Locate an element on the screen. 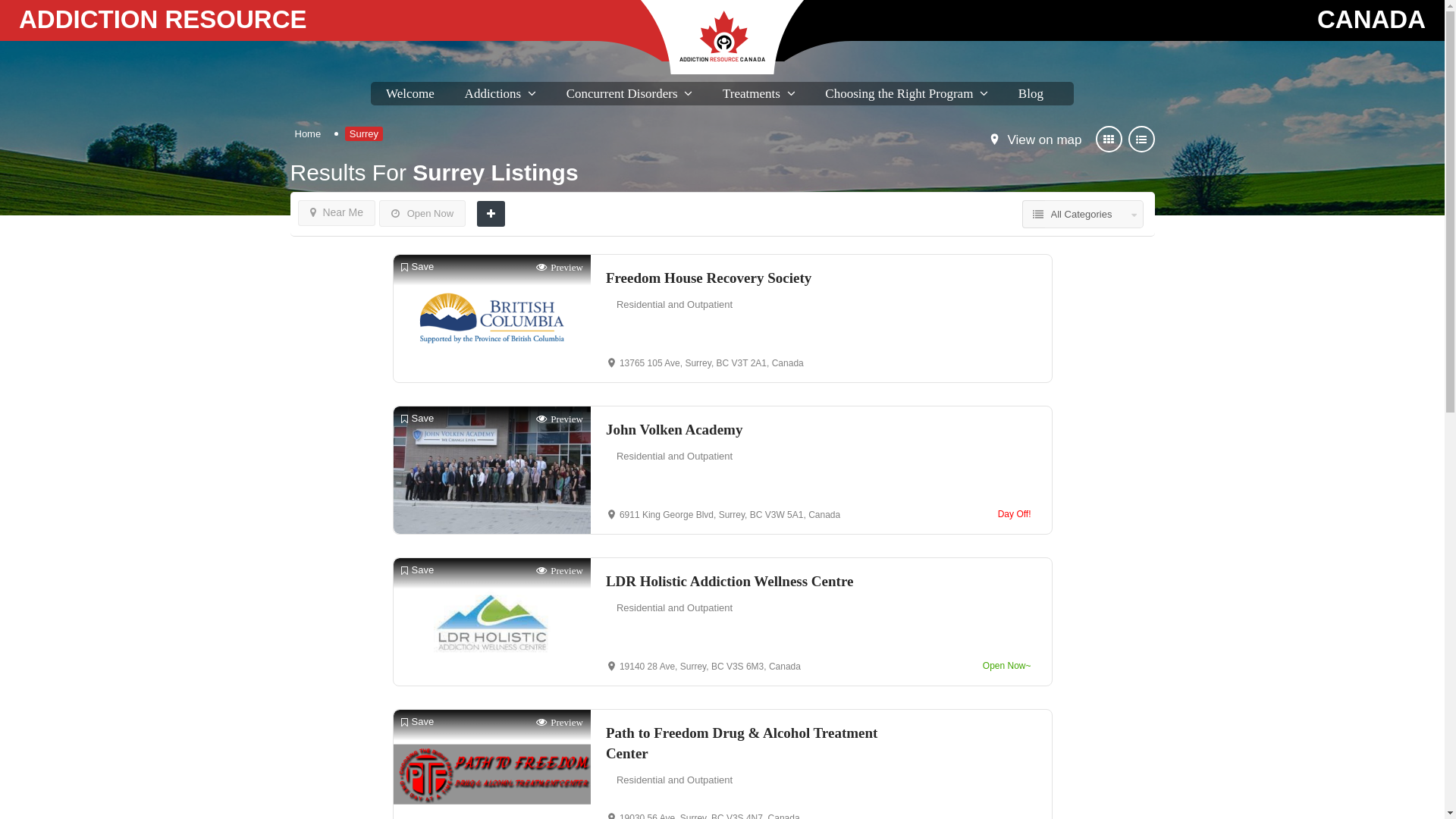 The height and width of the screenshot is (819, 1456). 'Day Off!' is located at coordinates (993, 513).